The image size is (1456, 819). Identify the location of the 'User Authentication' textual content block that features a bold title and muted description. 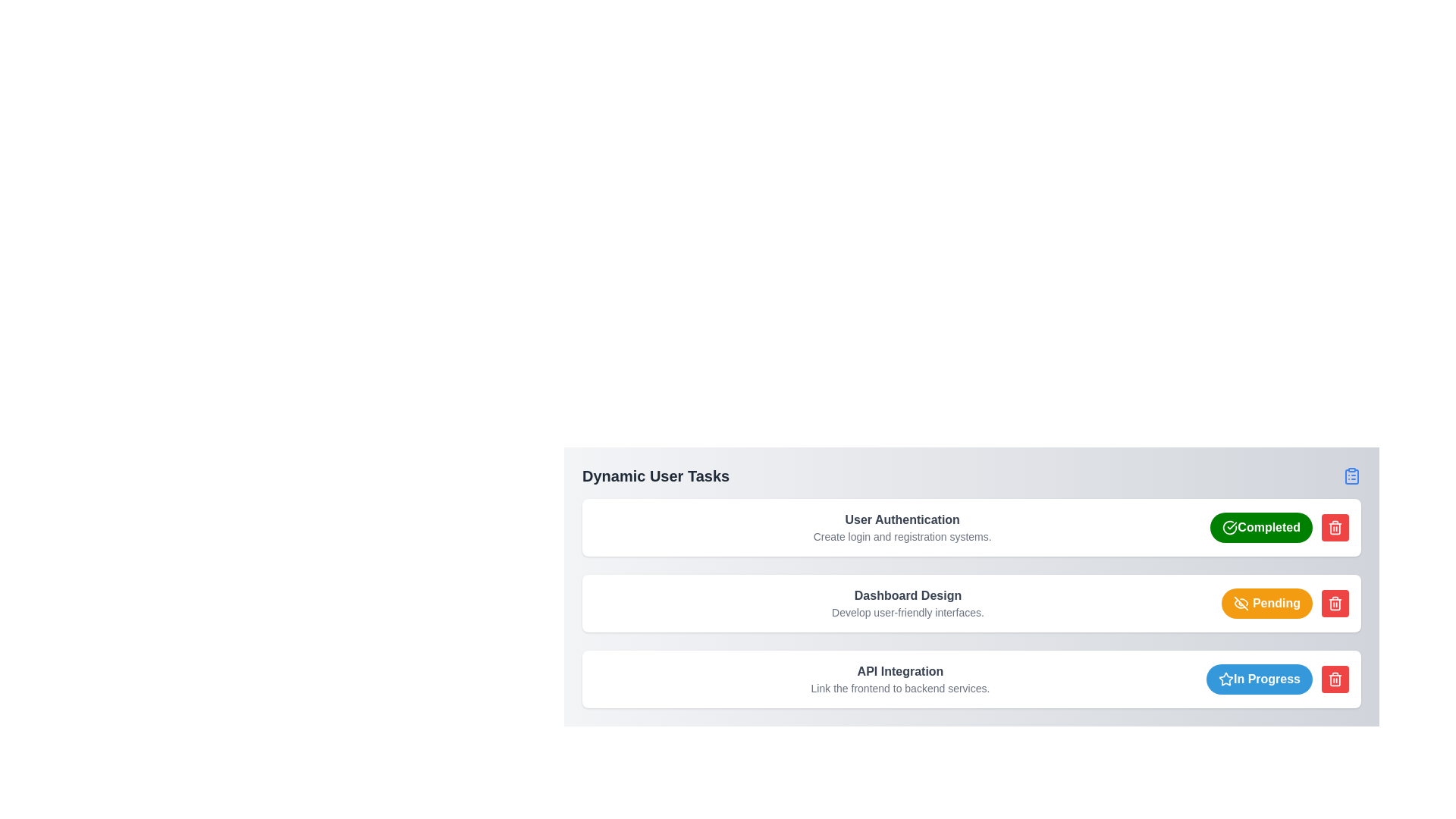
(902, 526).